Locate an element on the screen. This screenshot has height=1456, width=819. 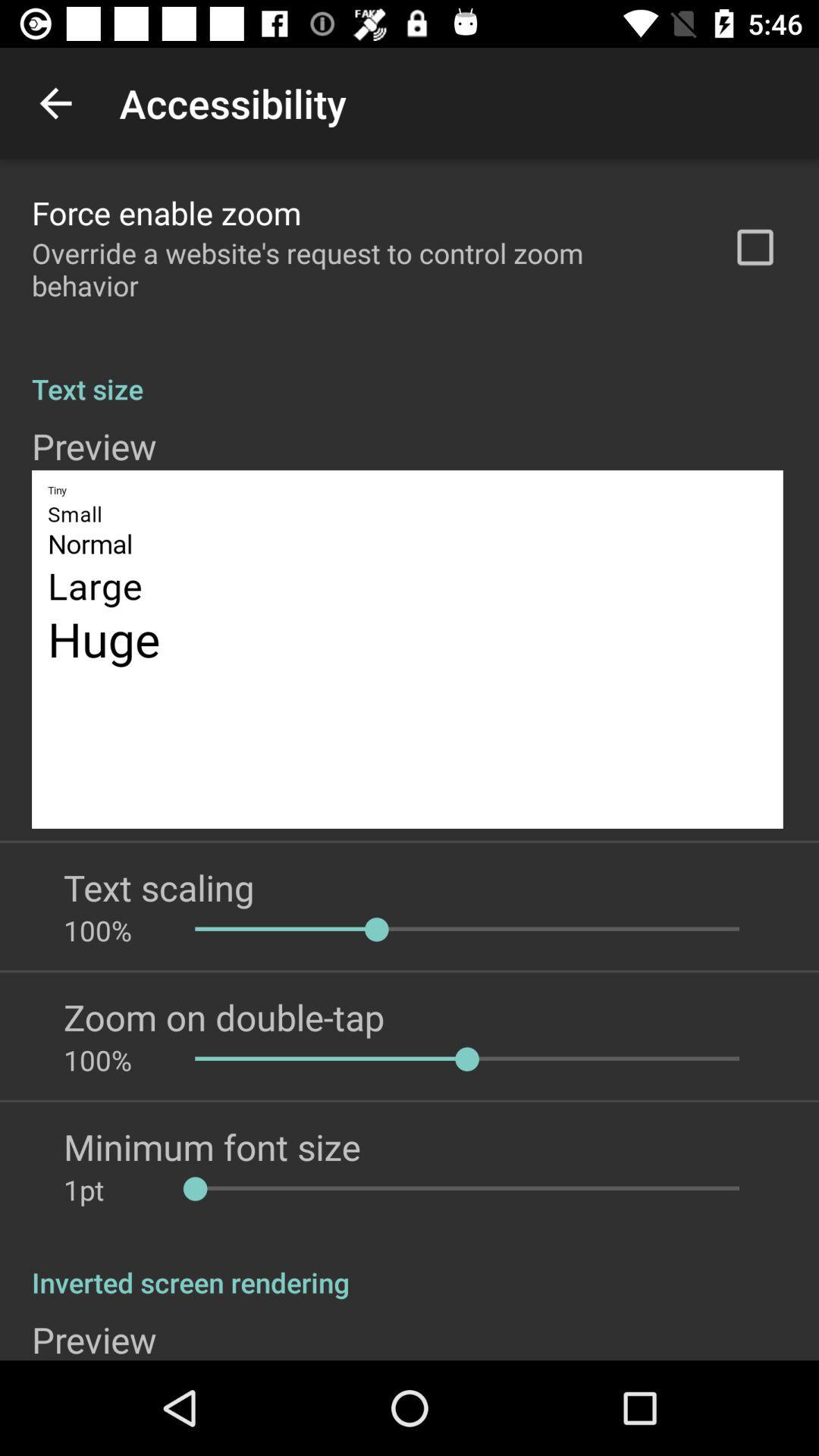
the minimum font size app is located at coordinates (212, 1147).